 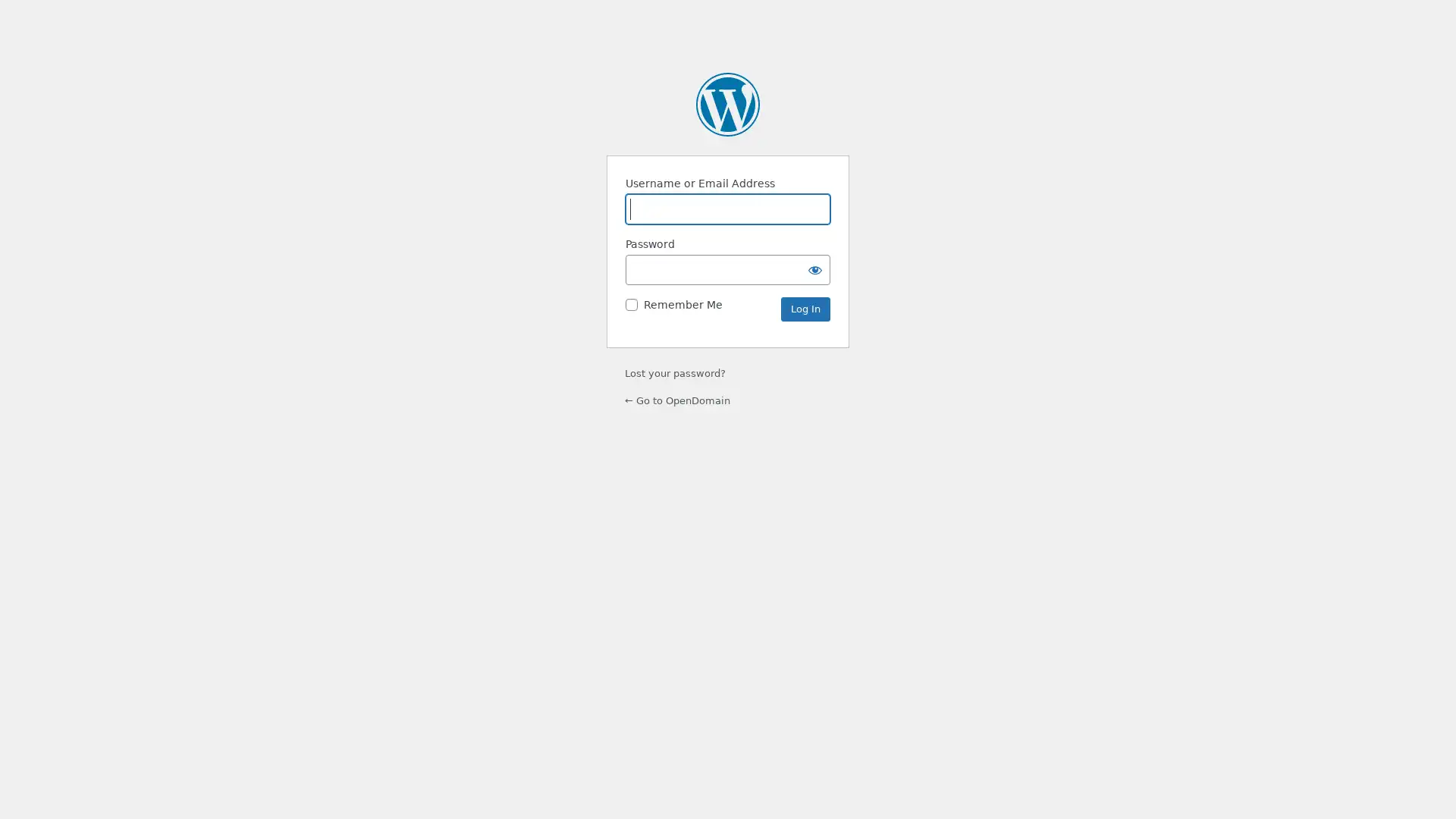 What do you see at coordinates (805, 309) in the screenshot?
I see `Log In` at bounding box center [805, 309].